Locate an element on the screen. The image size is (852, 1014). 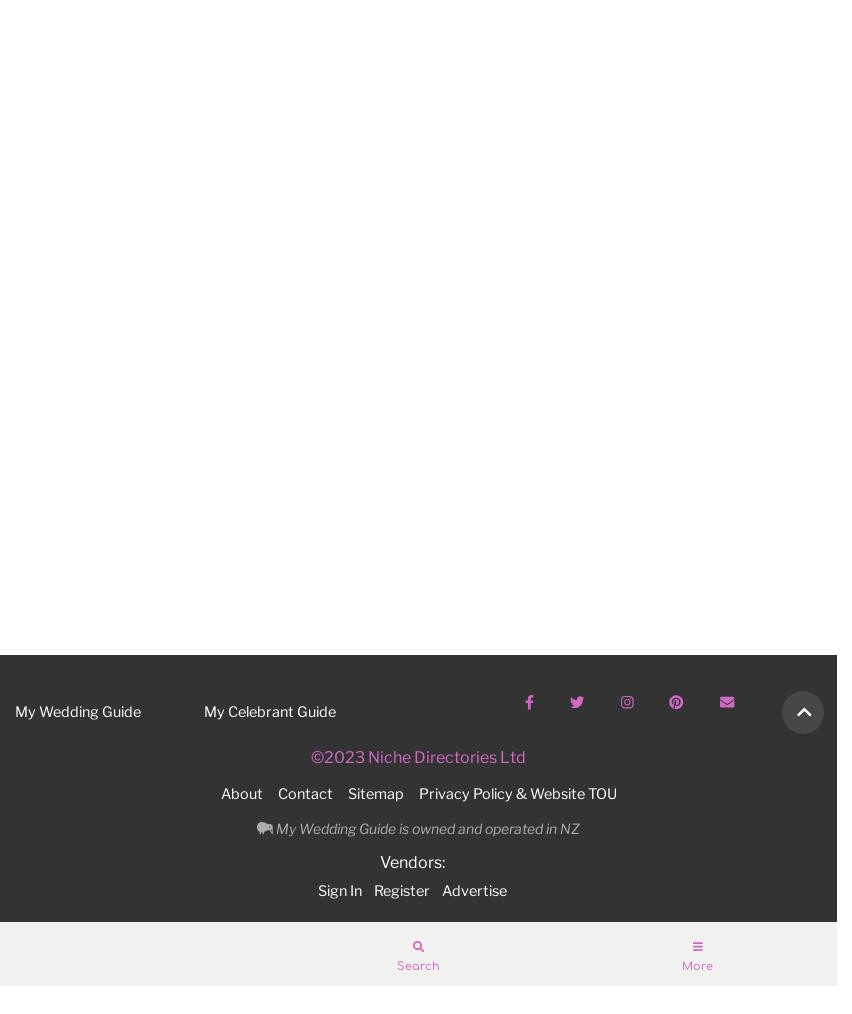
'My Wedding Guide is owned and operated in NZ' is located at coordinates (425, 827).